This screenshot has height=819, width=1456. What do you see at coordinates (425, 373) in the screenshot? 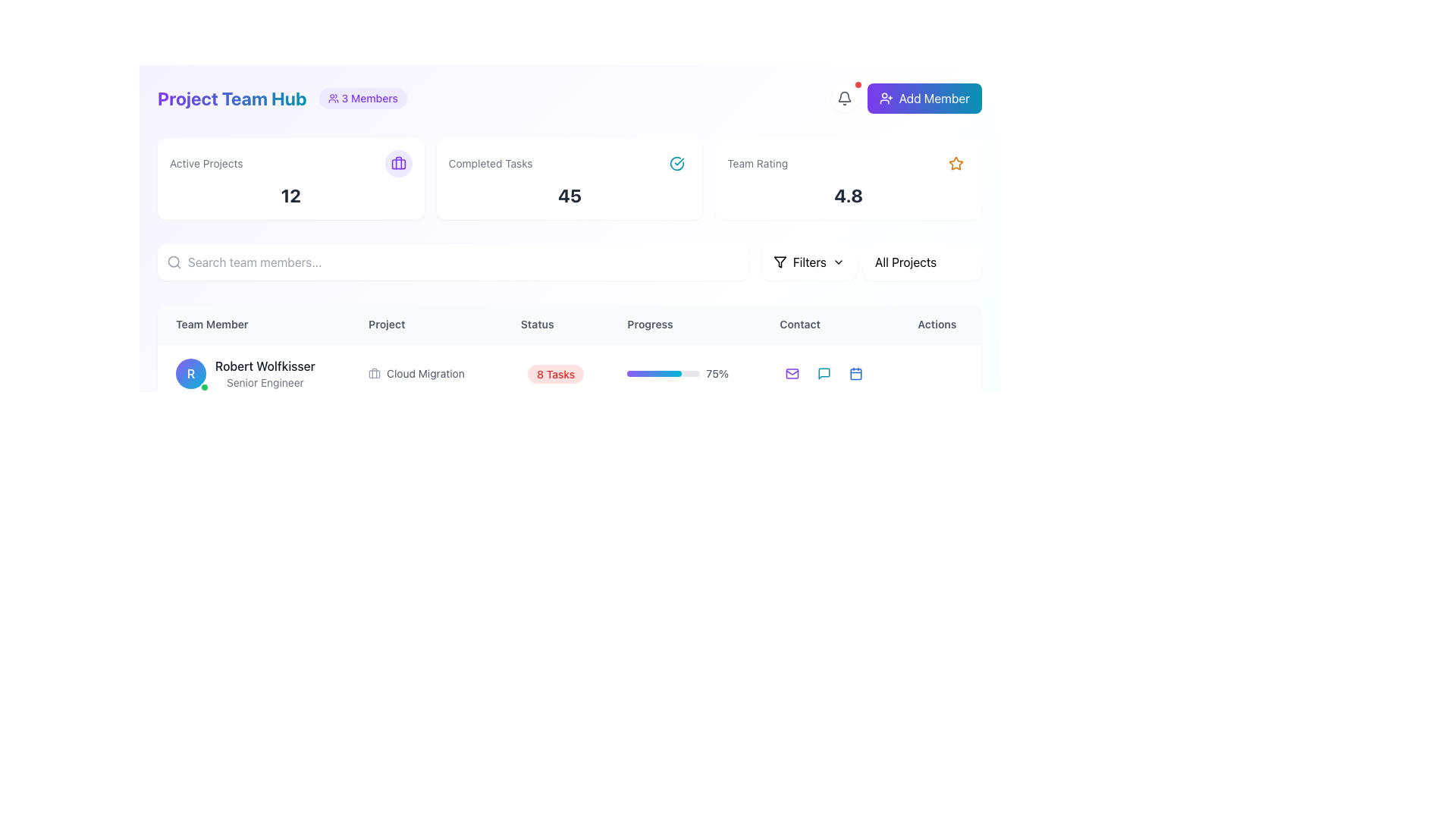
I see `the project name indicator label with an icon located in the 'Project' column of the table next to 'Robert Wolfkisser' and before '8 Tasks'` at bounding box center [425, 373].